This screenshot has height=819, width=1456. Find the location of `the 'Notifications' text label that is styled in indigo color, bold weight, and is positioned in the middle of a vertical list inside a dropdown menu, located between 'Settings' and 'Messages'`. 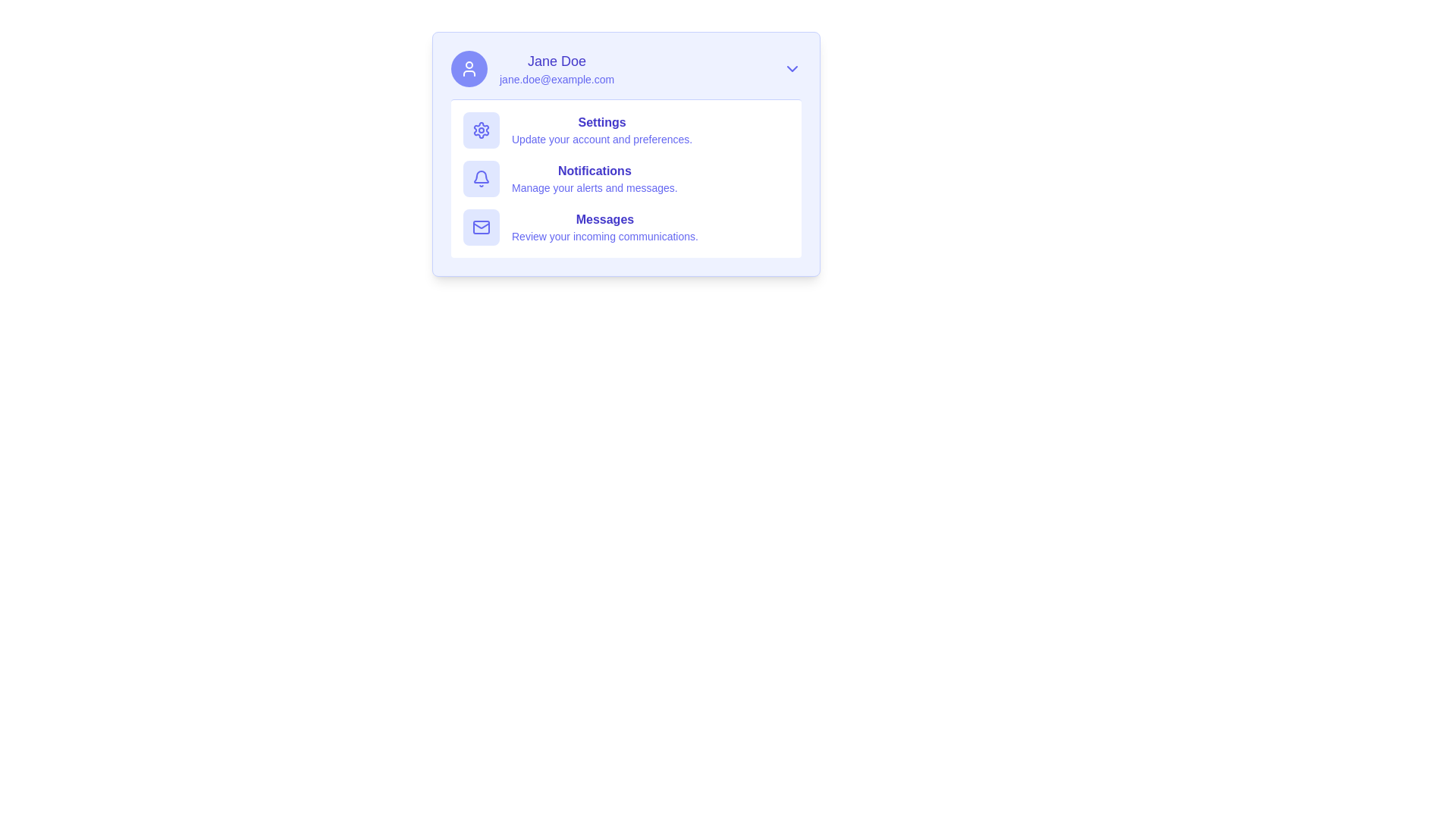

the 'Notifications' text label that is styled in indigo color, bold weight, and is positioned in the middle of a vertical list inside a dropdown menu, located between 'Settings' and 'Messages' is located at coordinates (594, 171).